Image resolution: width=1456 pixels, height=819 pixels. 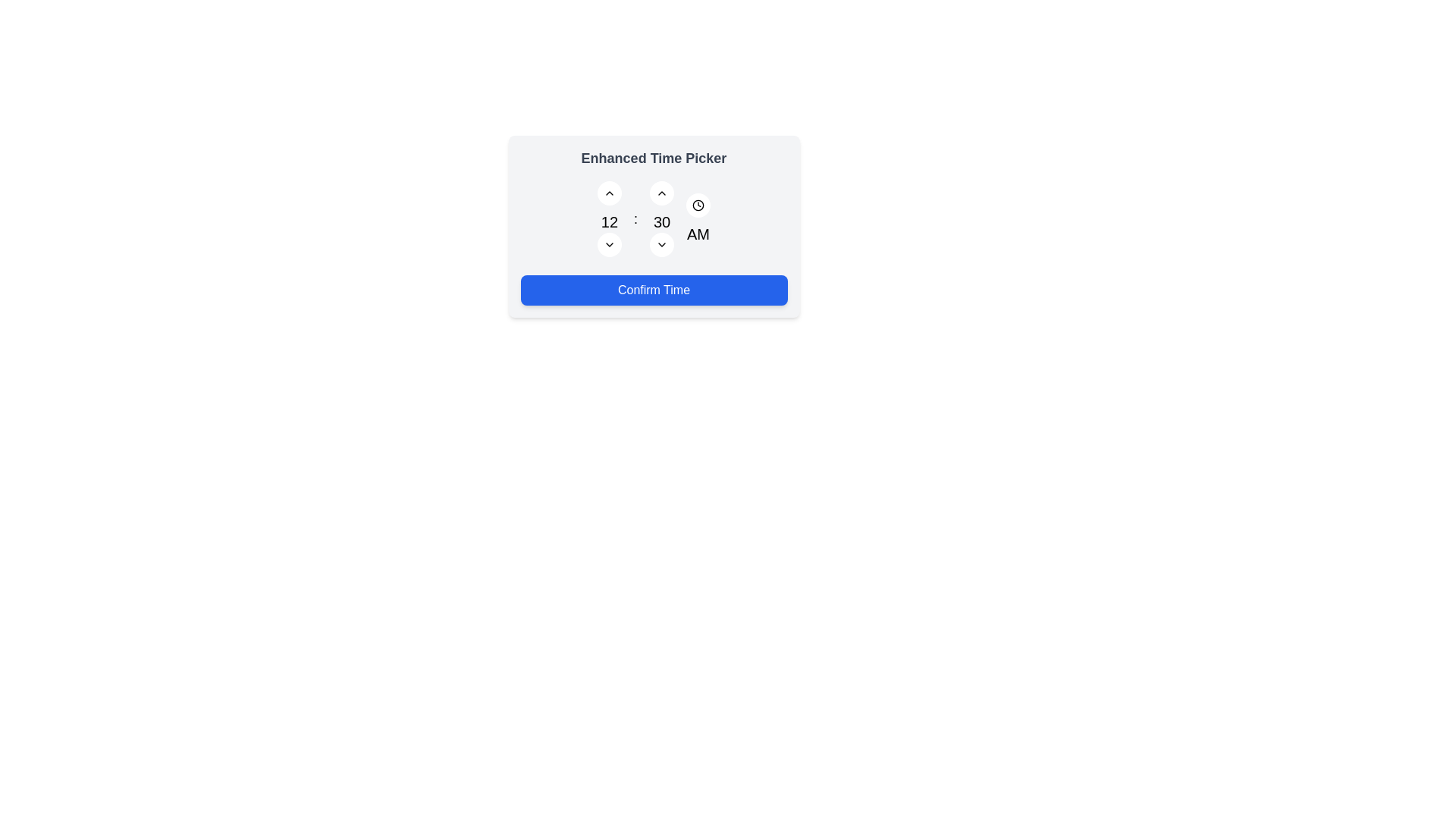 What do you see at coordinates (662, 244) in the screenshot?
I see `the dropdown icon located at the bottom-right corner of the time picker interface, below the 'AM' text label` at bounding box center [662, 244].